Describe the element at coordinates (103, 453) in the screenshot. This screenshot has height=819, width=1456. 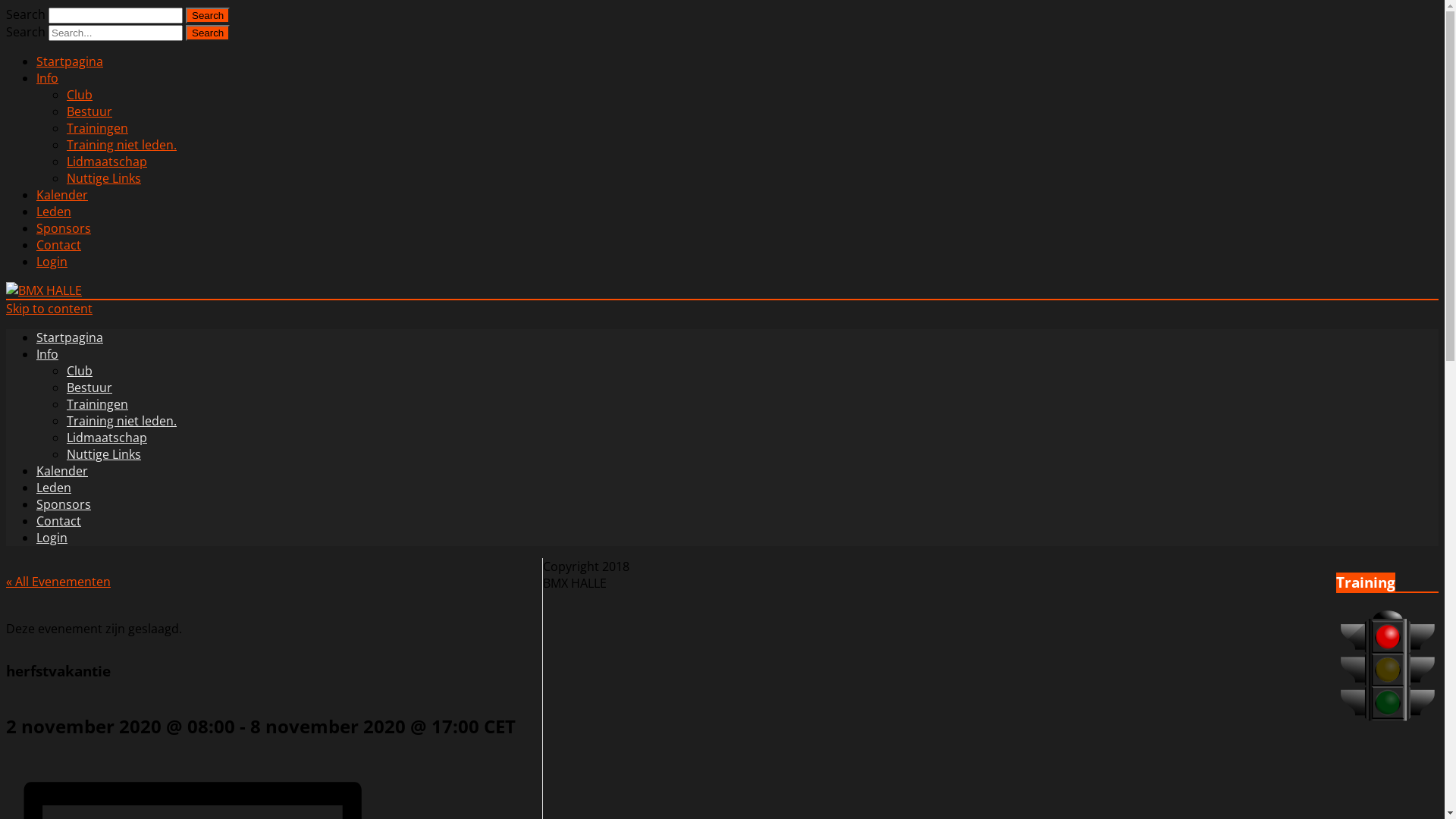
I see `'Nuttige Links'` at that location.